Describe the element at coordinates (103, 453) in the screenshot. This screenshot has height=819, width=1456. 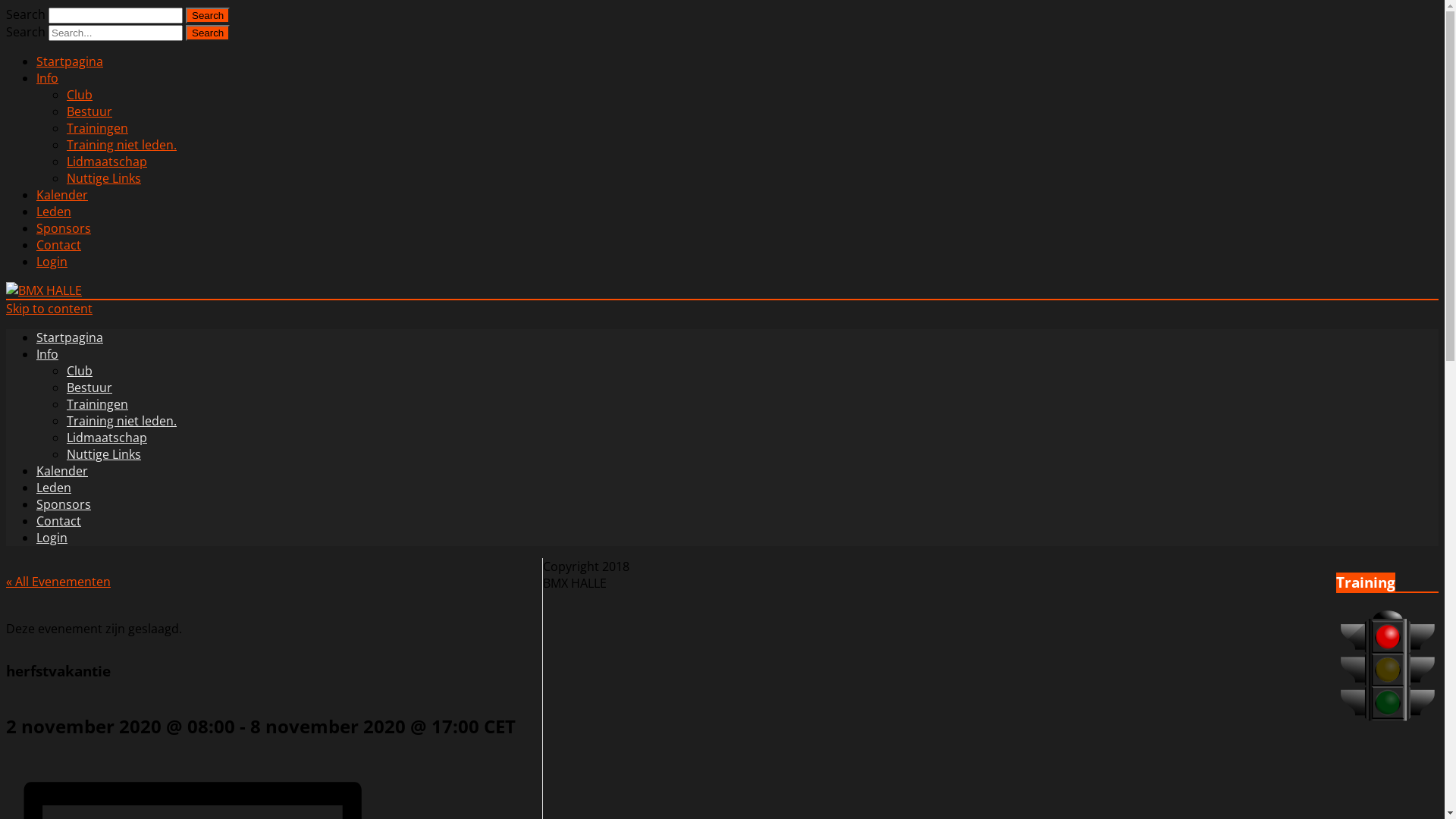
I see `'Nuttige Links'` at that location.